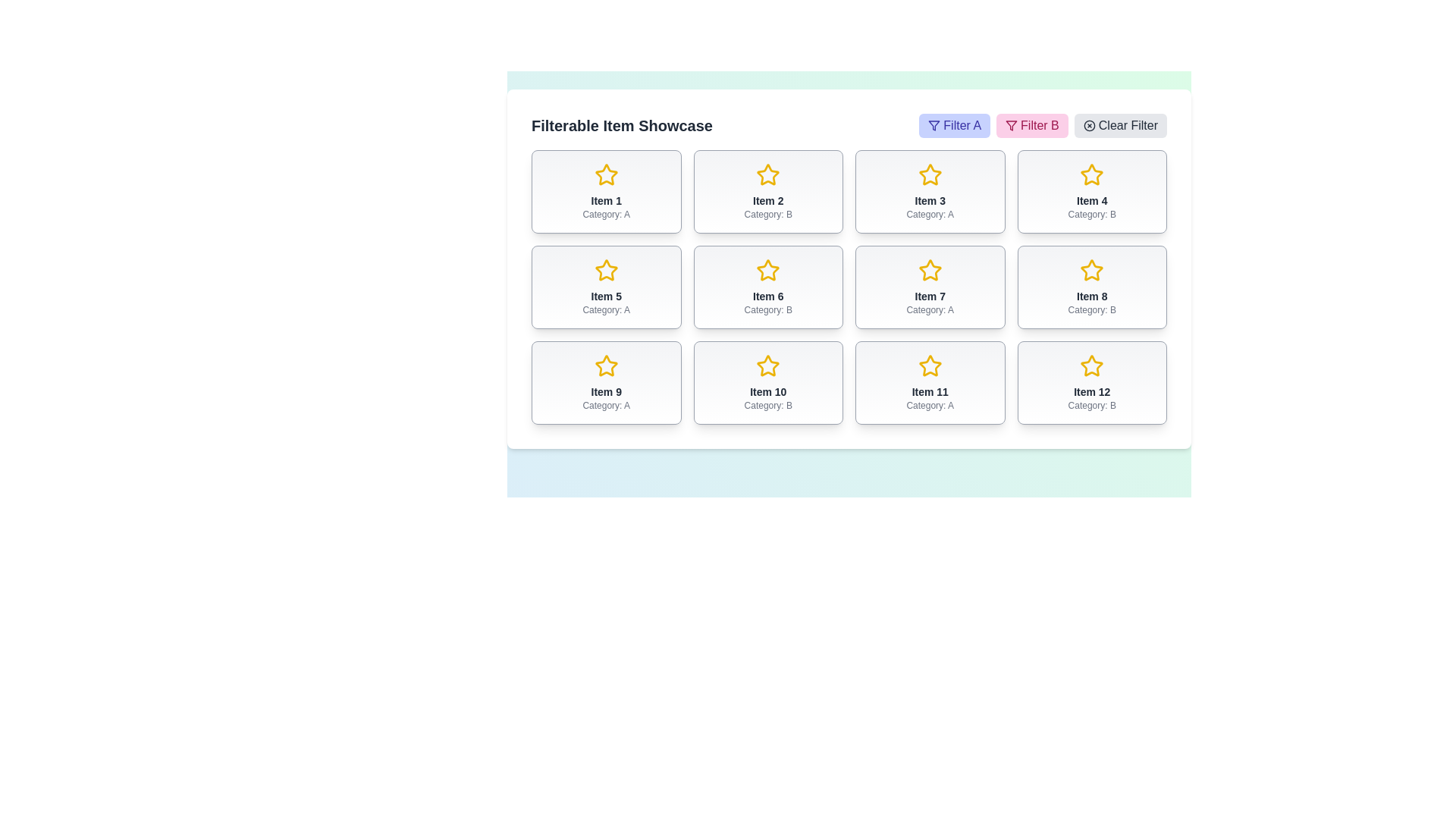 This screenshot has height=819, width=1456. I want to click on the star-shaped icon styled in yellow with a white center, located inside the card labeled 'Item 9' in the grid layout, so click(605, 366).